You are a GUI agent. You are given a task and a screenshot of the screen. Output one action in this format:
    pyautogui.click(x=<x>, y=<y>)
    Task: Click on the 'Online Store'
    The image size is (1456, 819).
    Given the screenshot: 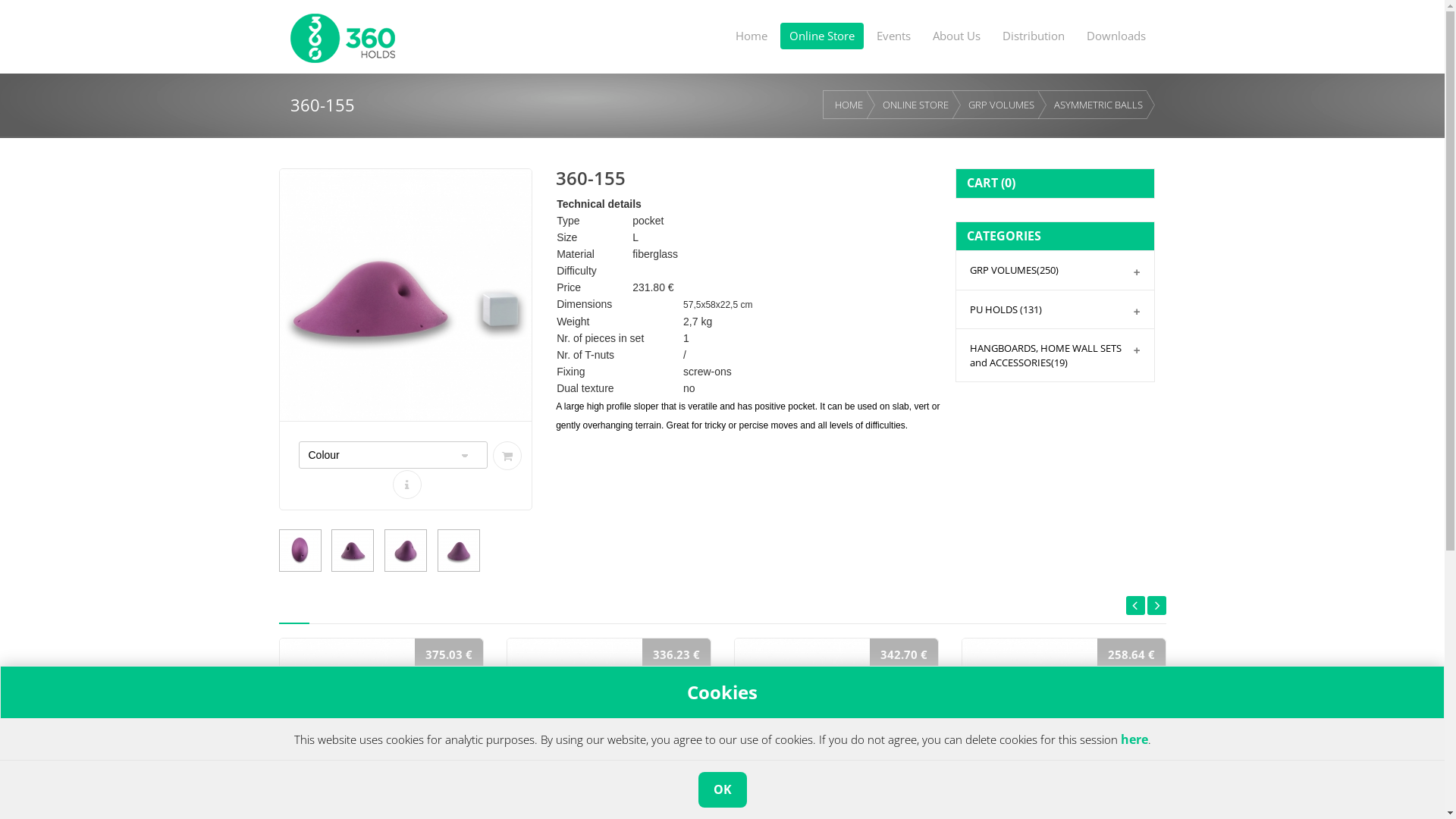 What is the action you would take?
    pyautogui.click(x=821, y=35)
    